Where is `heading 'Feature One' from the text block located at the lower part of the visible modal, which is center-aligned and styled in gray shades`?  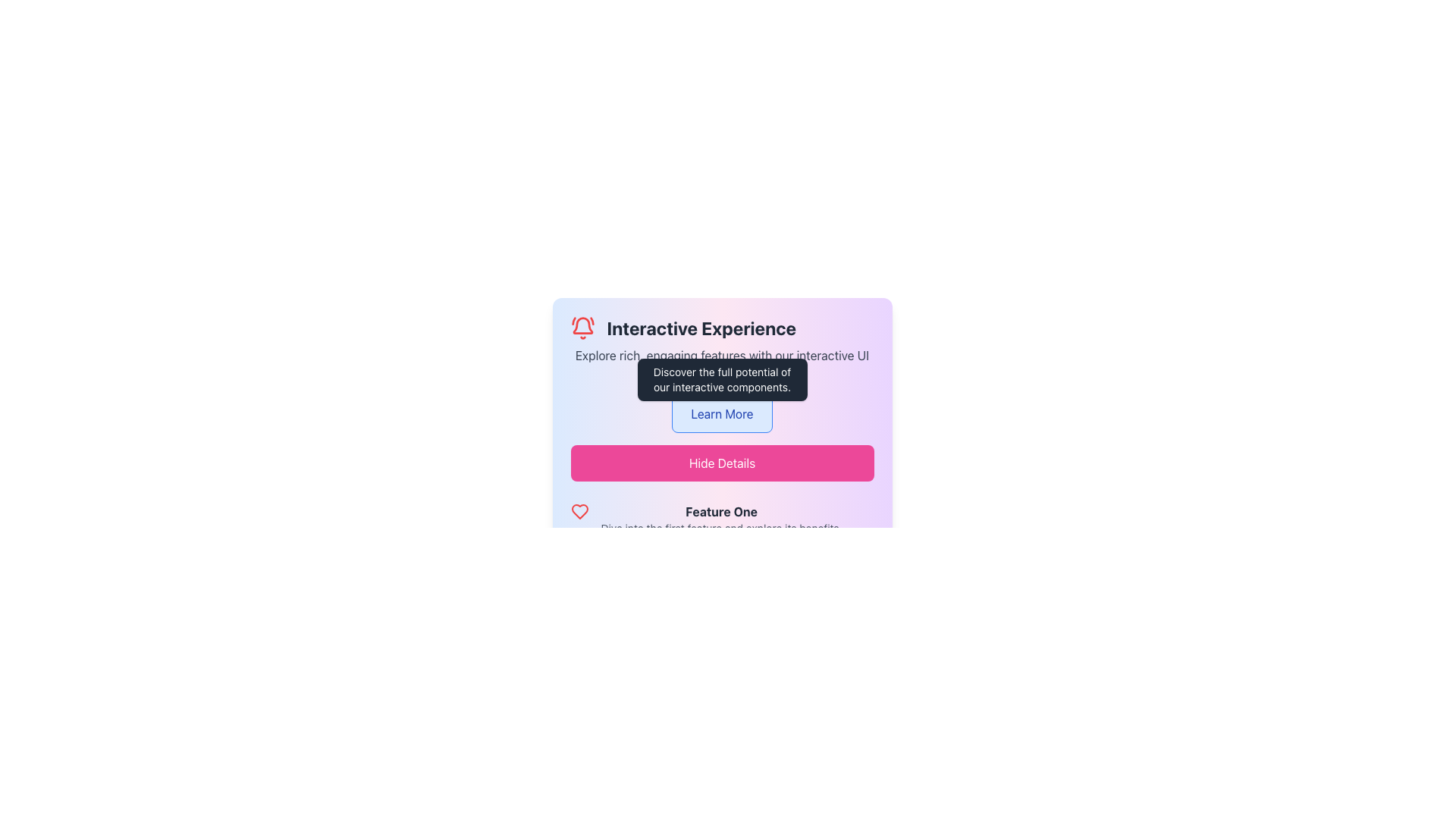 heading 'Feature One' from the text block located at the lower part of the visible modal, which is center-aligned and styled in gray shades is located at coordinates (720, 519).